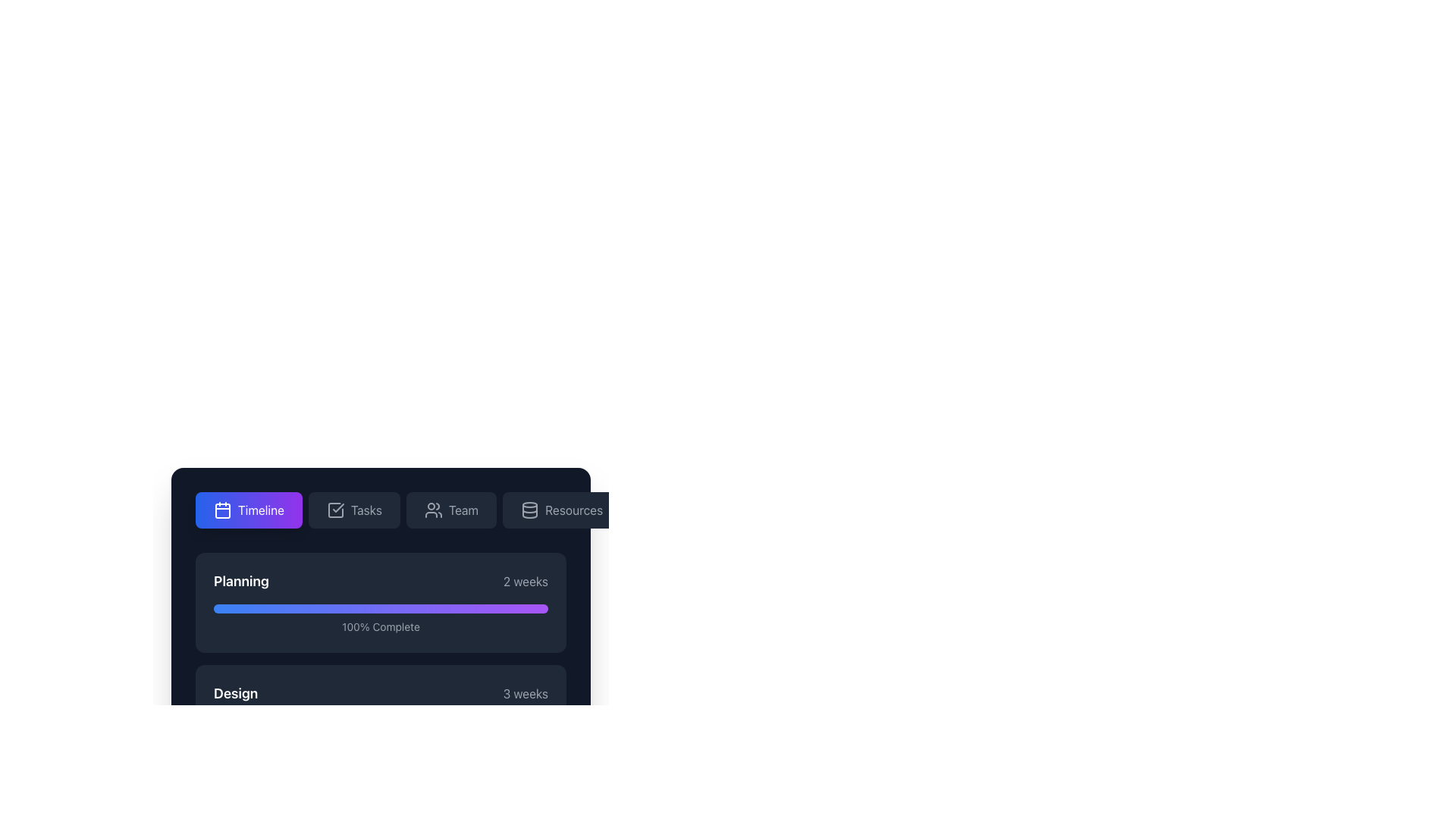 Image resolution: width=1456 pixels, height=819 pixels. I want to click on the 'Resources' text label in the menu, so click(573, 510).